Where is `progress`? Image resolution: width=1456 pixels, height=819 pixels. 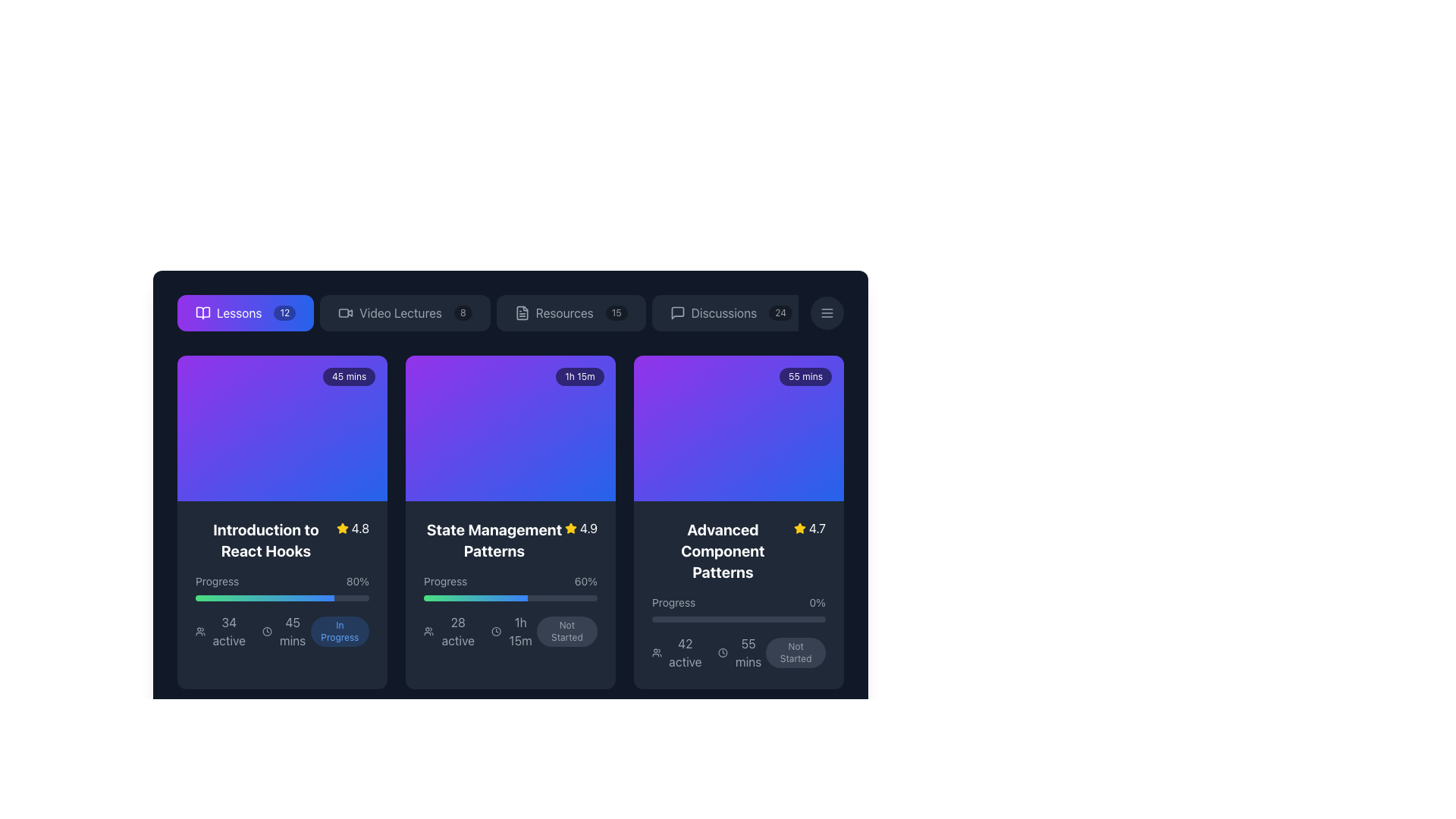
progress is located at coordinates (210, 598).